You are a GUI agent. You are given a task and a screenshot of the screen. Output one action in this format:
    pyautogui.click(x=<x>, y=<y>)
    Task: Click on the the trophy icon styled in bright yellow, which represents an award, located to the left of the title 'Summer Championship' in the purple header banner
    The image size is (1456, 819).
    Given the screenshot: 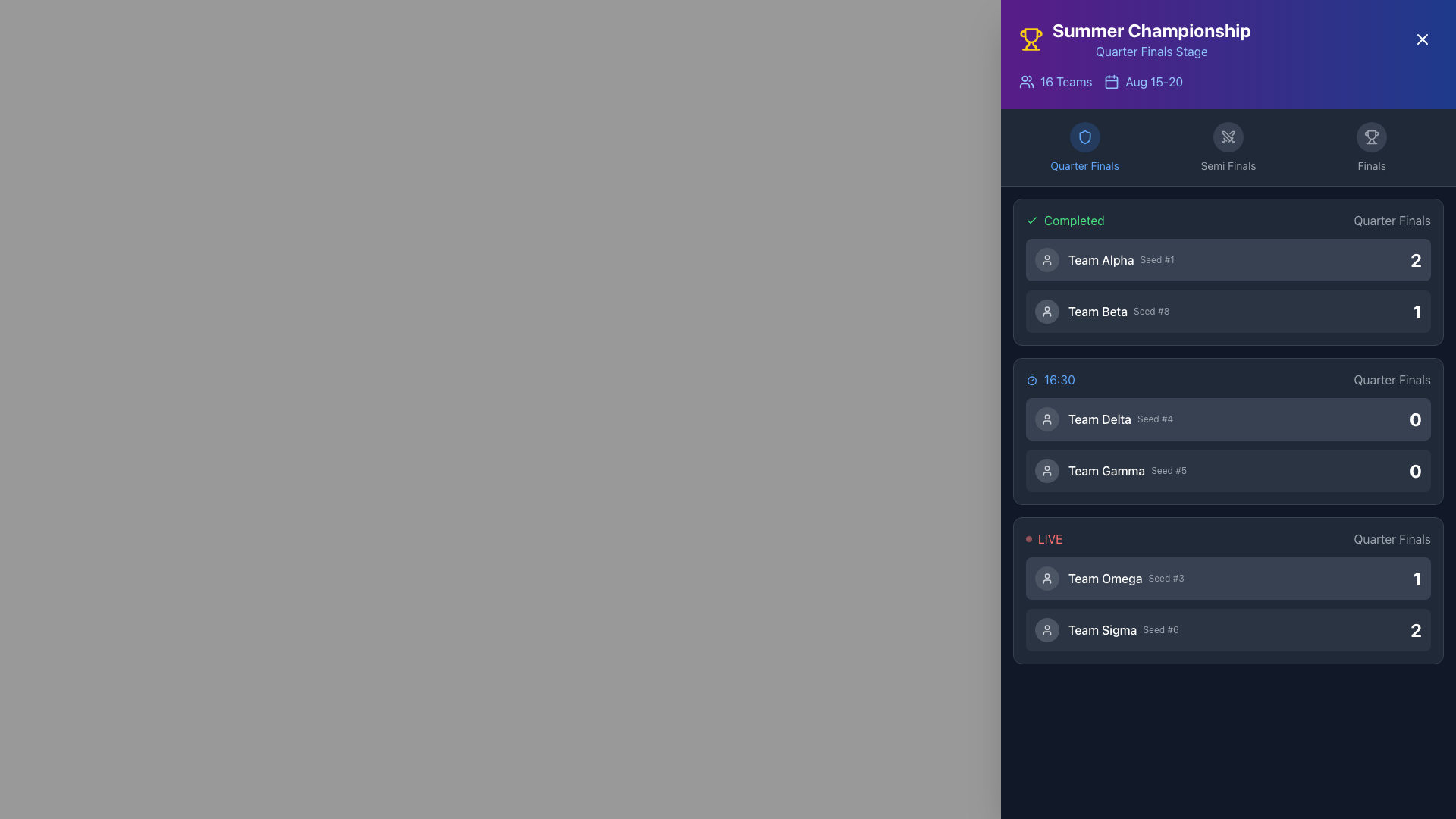 What is the action you would take?
    pyautogui.click(x=1031, y=38)
    